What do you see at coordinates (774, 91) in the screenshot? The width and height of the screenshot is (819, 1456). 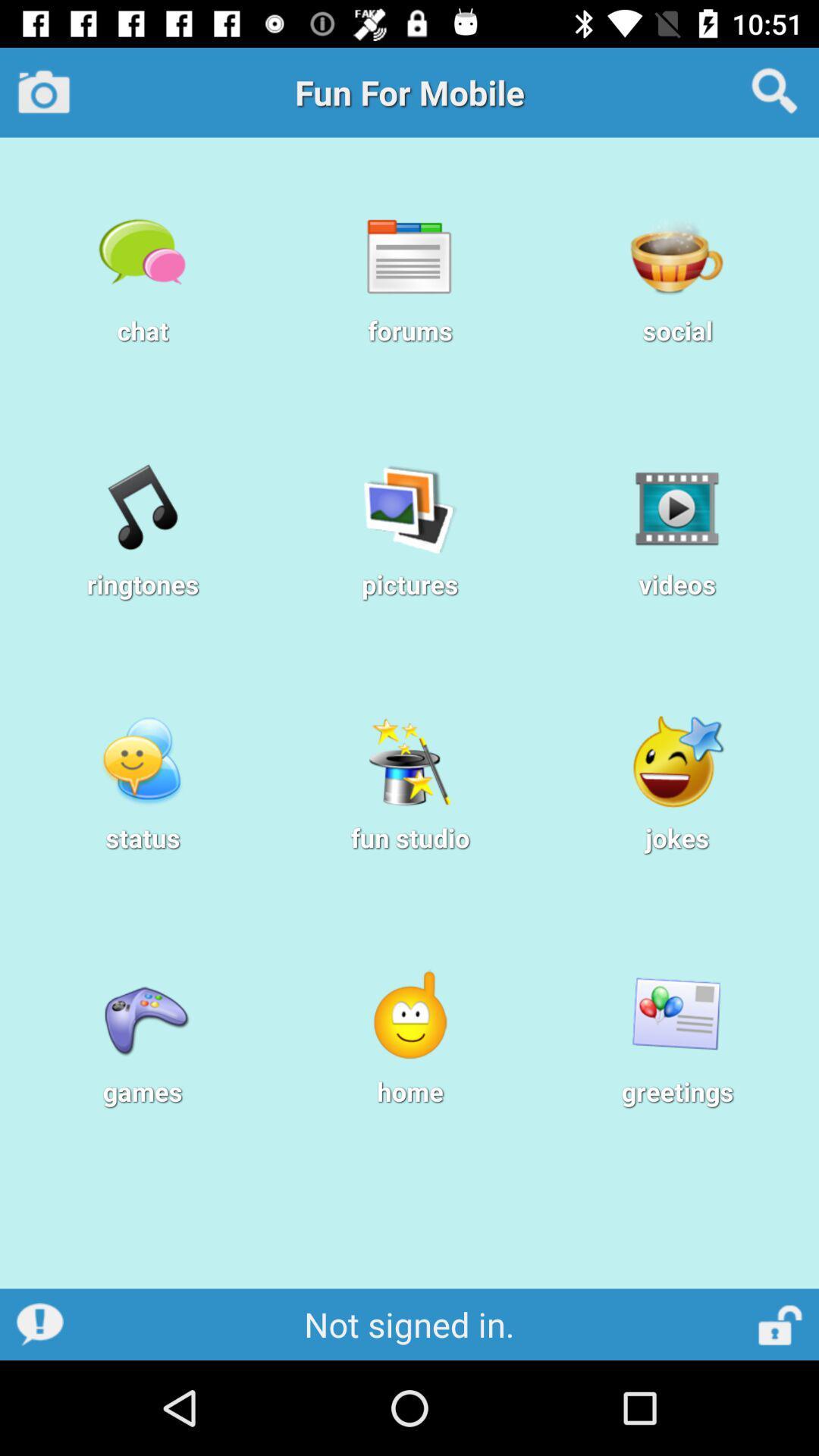 I see `search` at bounding box center [774, 91].